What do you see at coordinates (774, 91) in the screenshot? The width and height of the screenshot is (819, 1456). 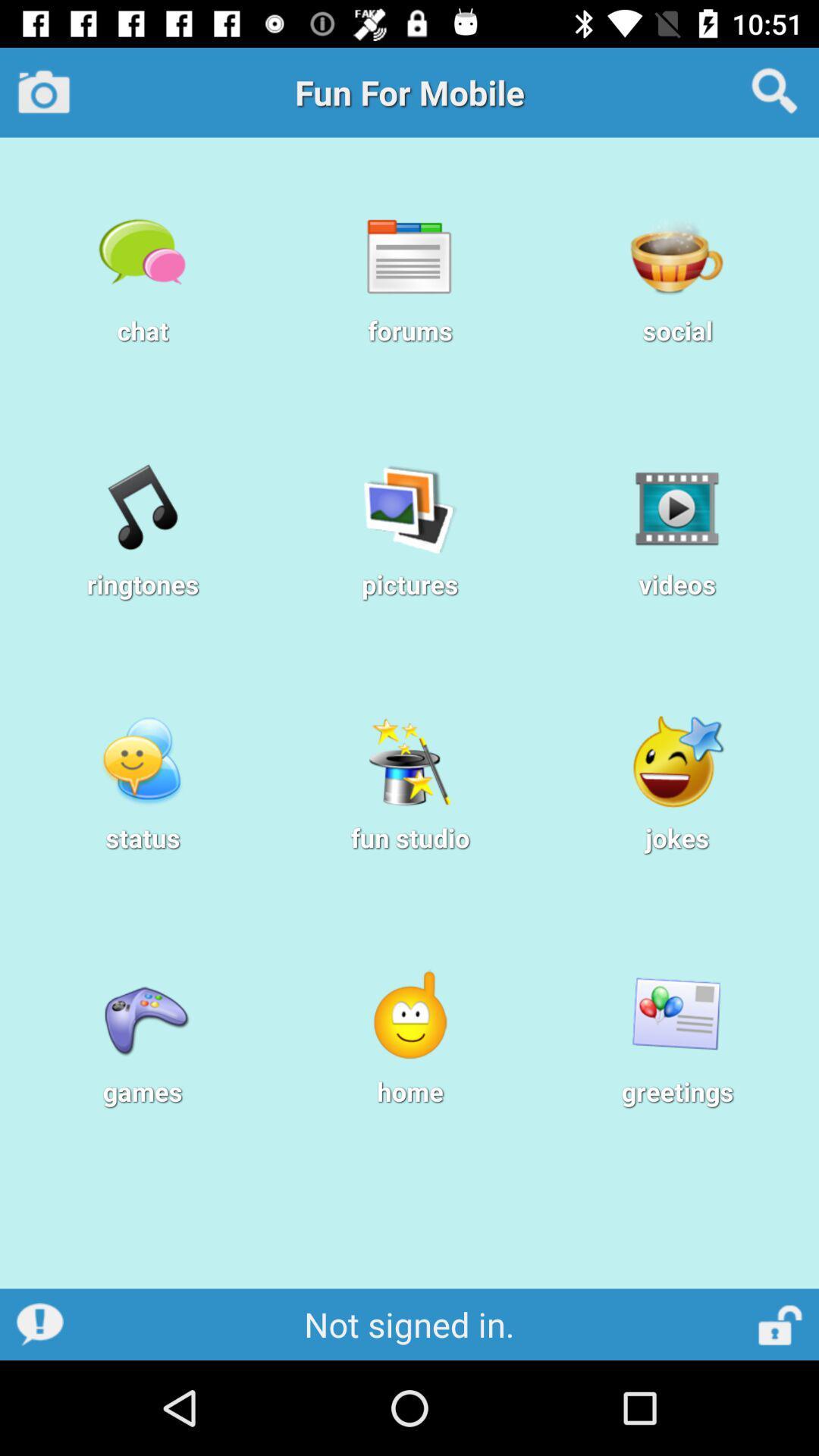 I see `search` at bounding box center [774, 91].